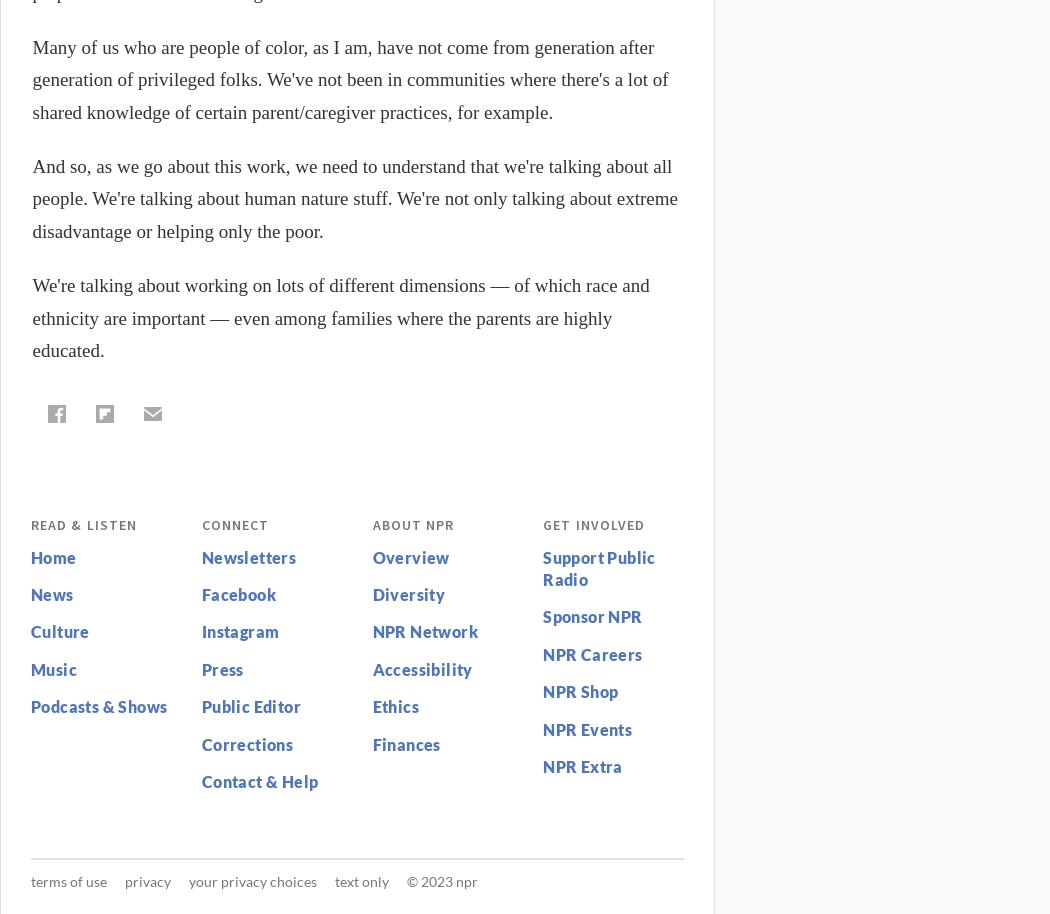  What do you see at coordinates (30, 880) in the screenshot?
I see `'Terms of Use'` at bounding box center [30, 880].